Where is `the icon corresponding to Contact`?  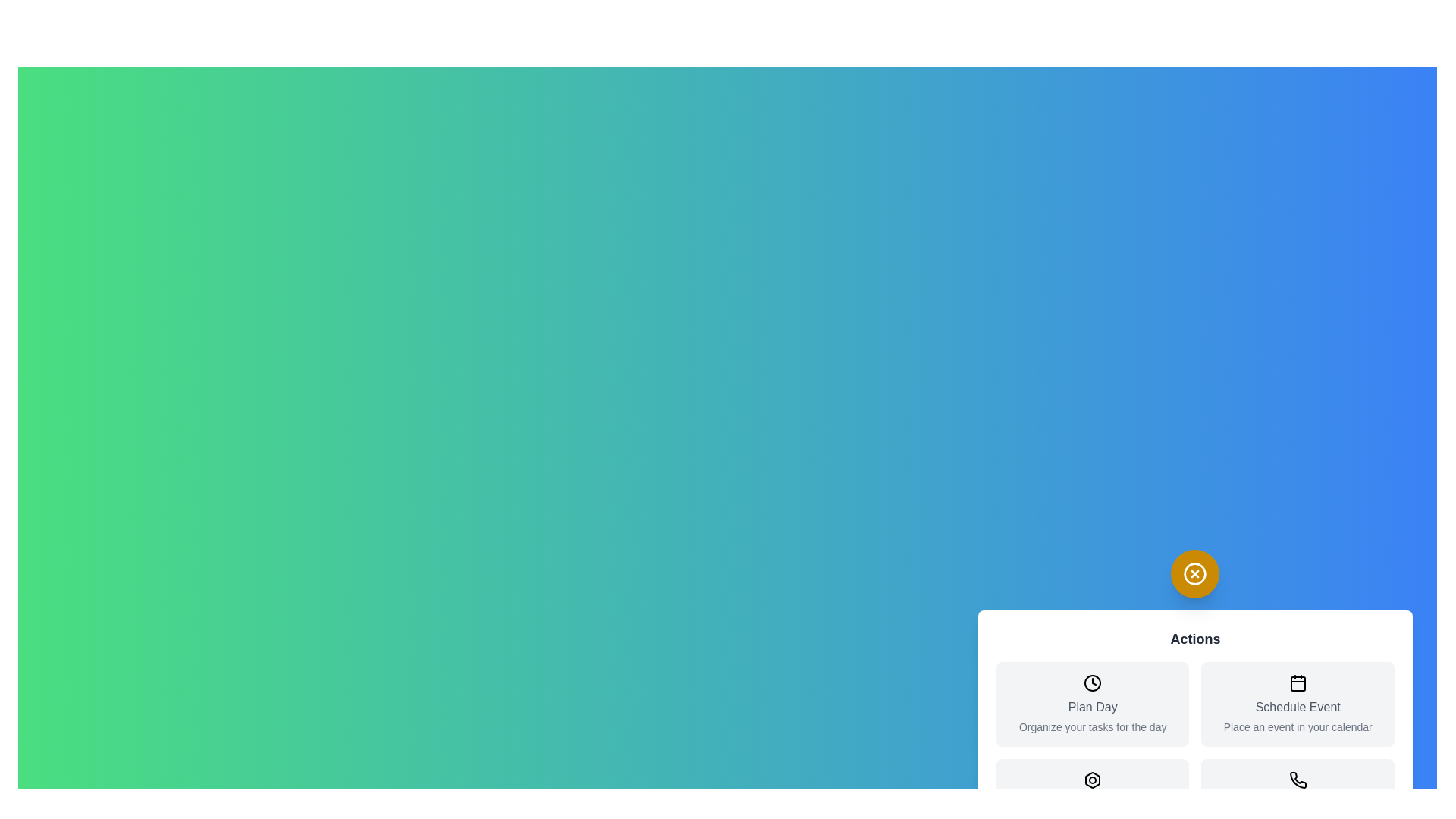
the icon corresponding to Contact is located at coordinates (1296, 780).